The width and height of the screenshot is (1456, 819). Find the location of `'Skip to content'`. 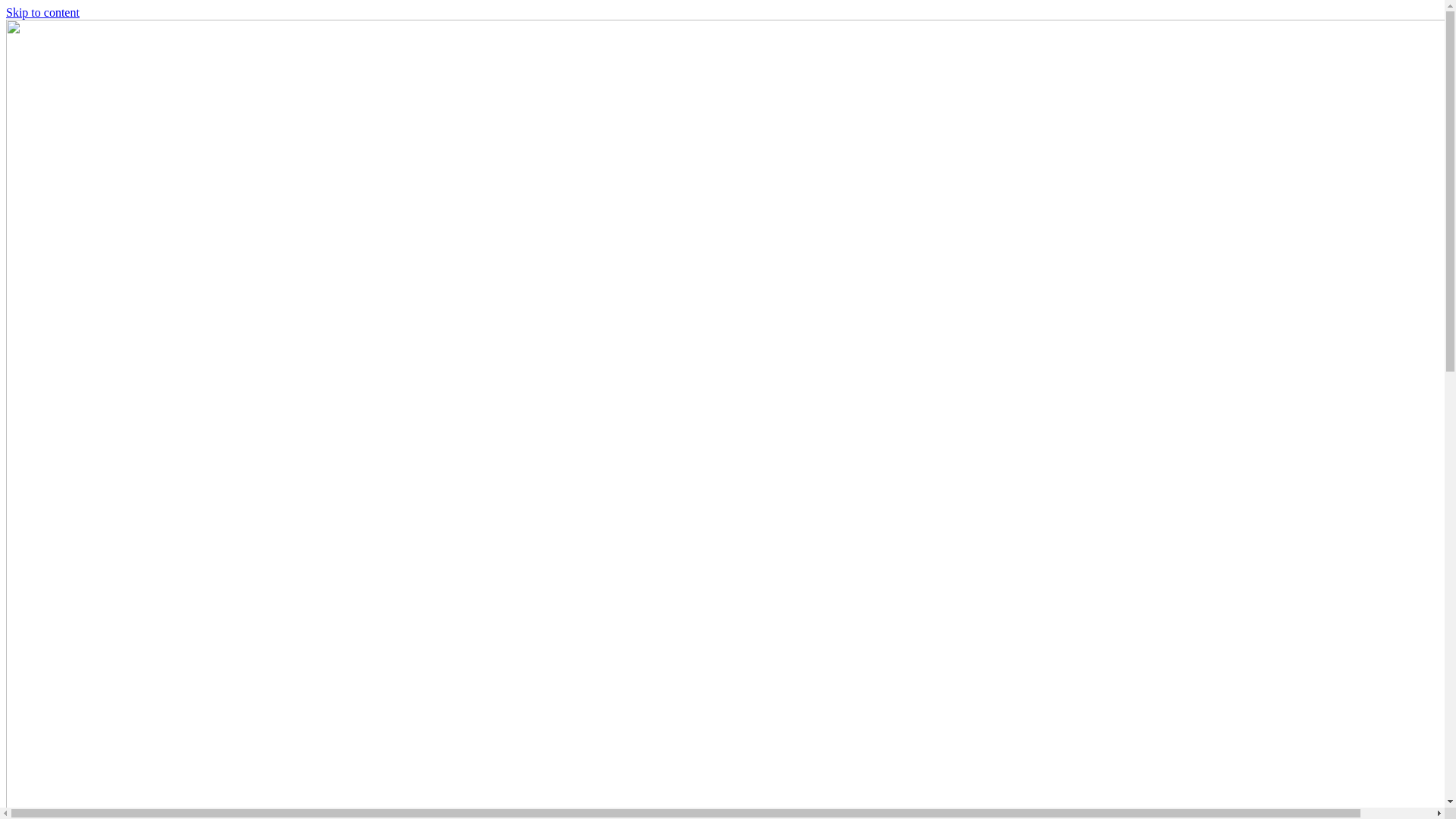

'Skip to content' is located at coordinates (42, 12).